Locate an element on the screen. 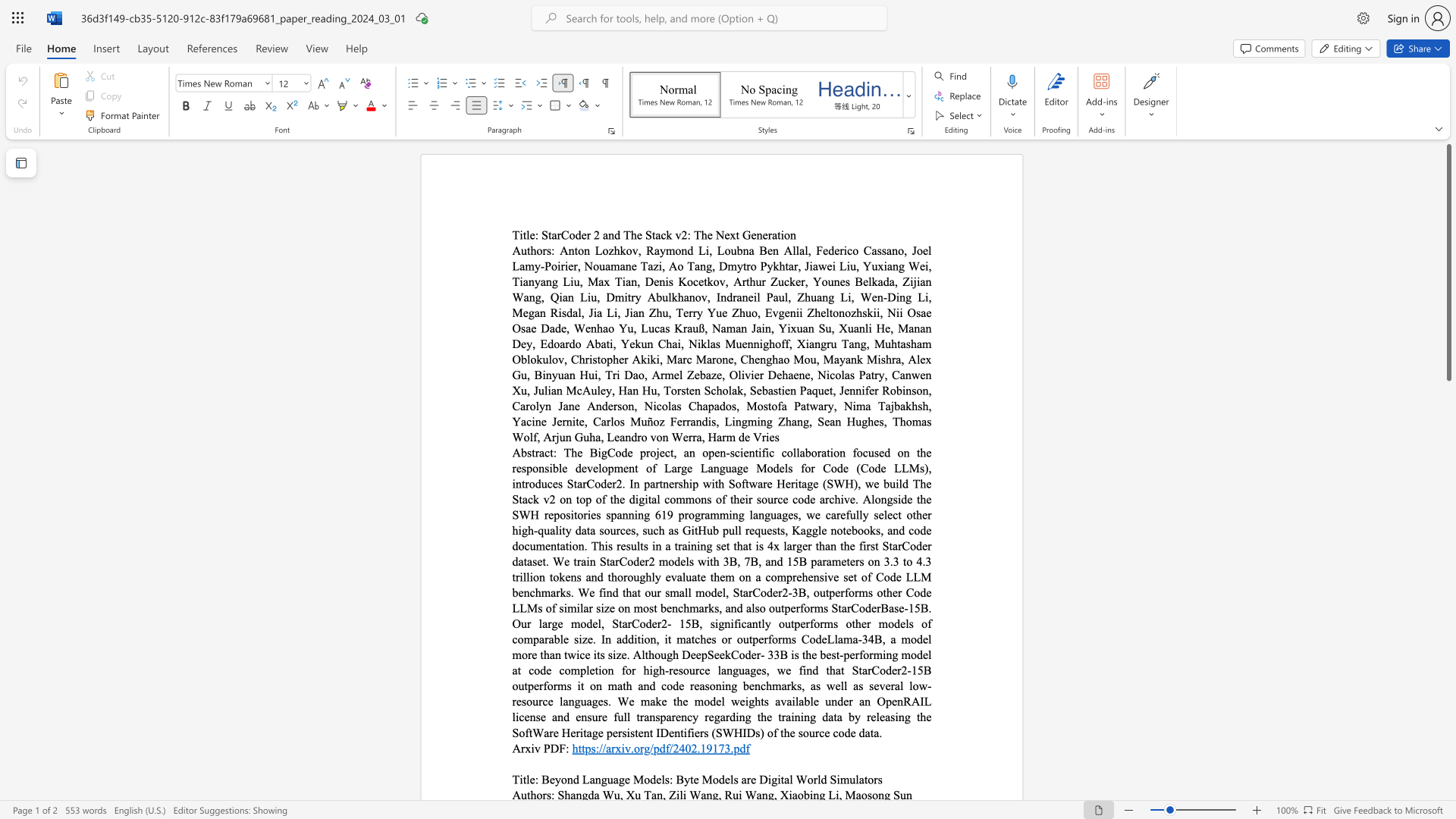  the subset text "https://arxiv.org/pdf/2402.191" within the text "https://arxiv.org/pdf/2402.19173.pdf" is located at coordinates (571, 747).